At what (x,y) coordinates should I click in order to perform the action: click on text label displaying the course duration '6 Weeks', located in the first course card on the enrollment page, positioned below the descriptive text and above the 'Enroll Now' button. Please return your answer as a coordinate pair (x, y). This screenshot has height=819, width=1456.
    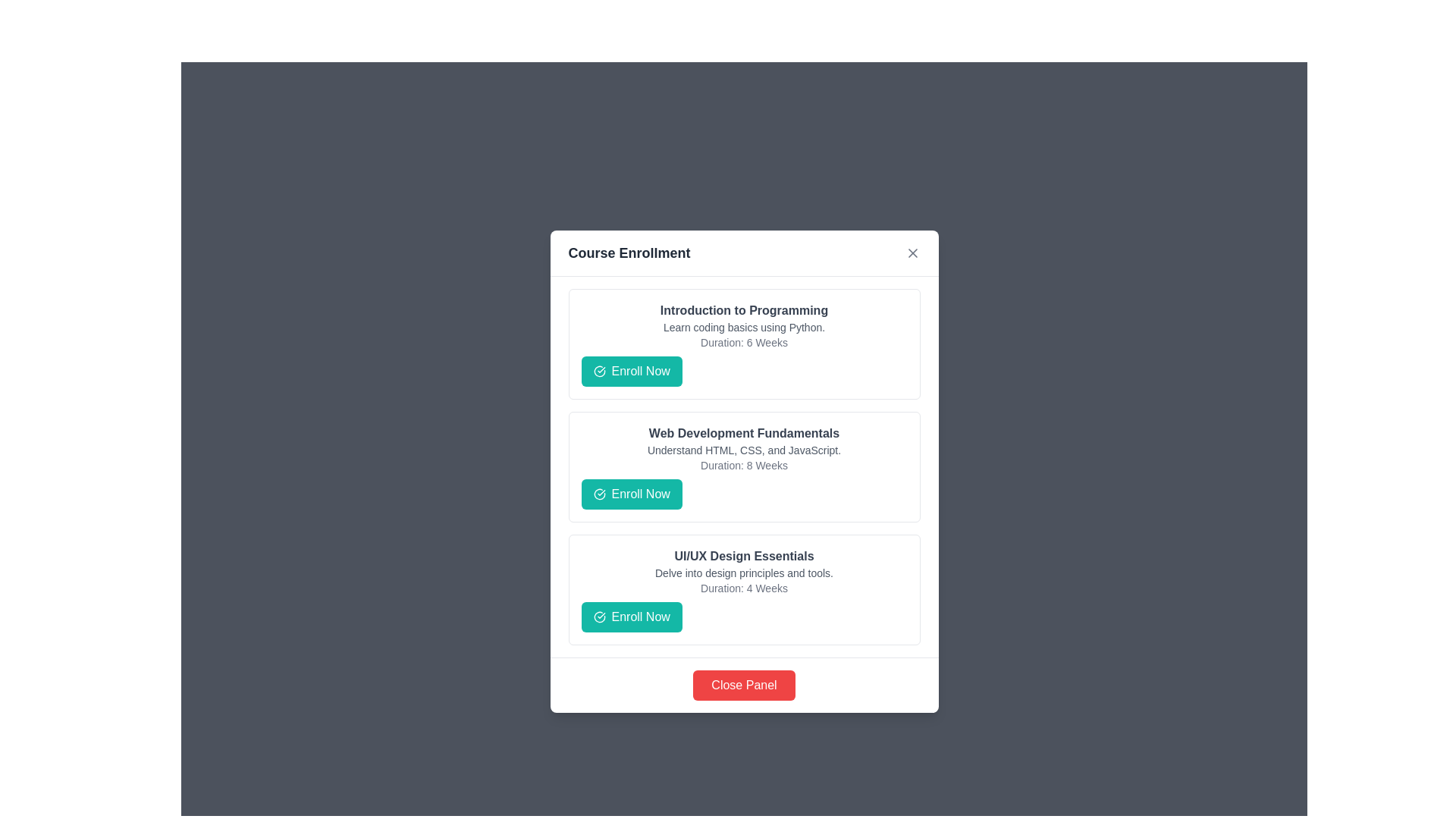
    Looking at the image, I should click on (744, 342).